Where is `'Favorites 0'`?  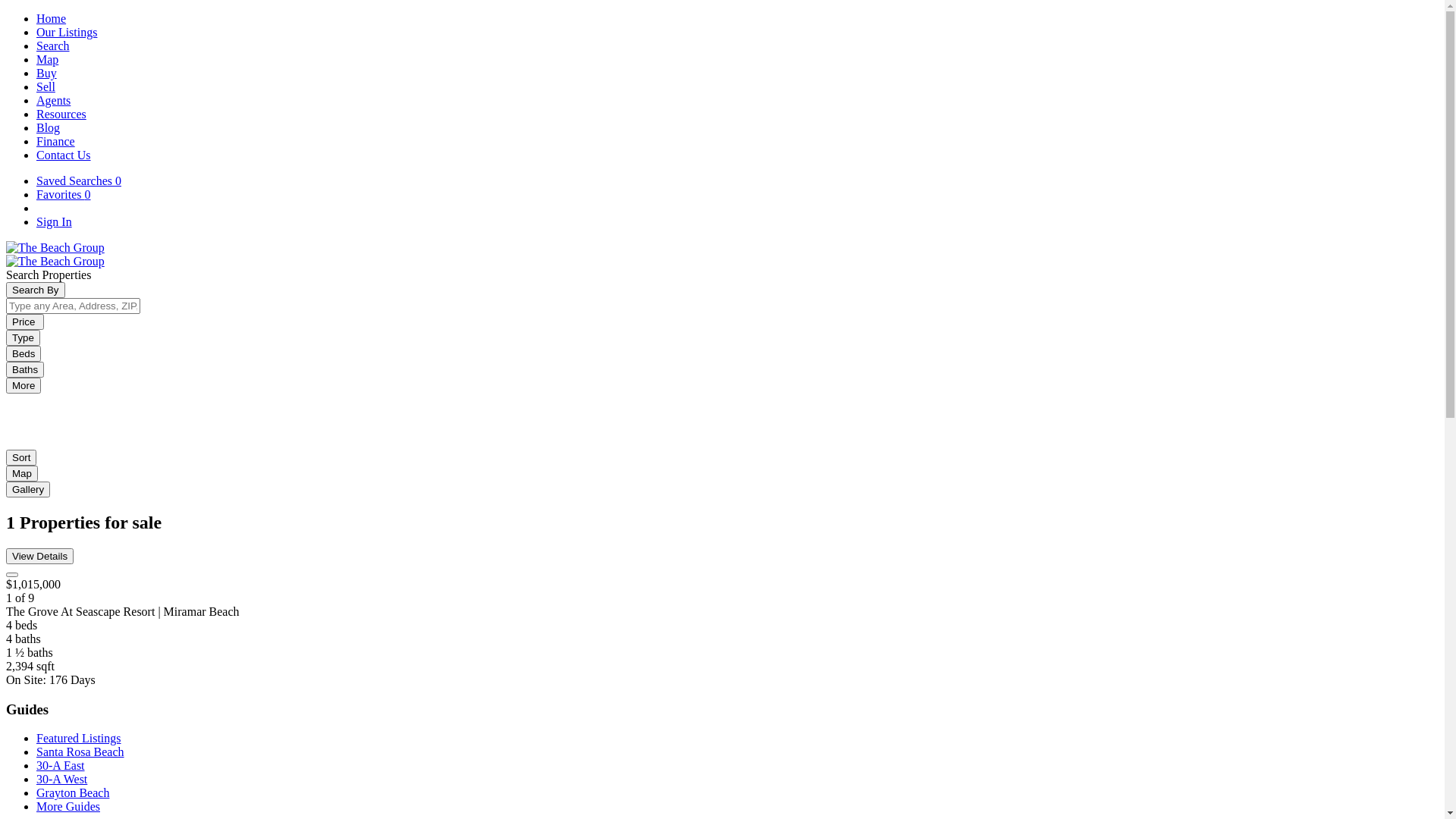 'Favorites 0' is located at coordinates (62, 193).